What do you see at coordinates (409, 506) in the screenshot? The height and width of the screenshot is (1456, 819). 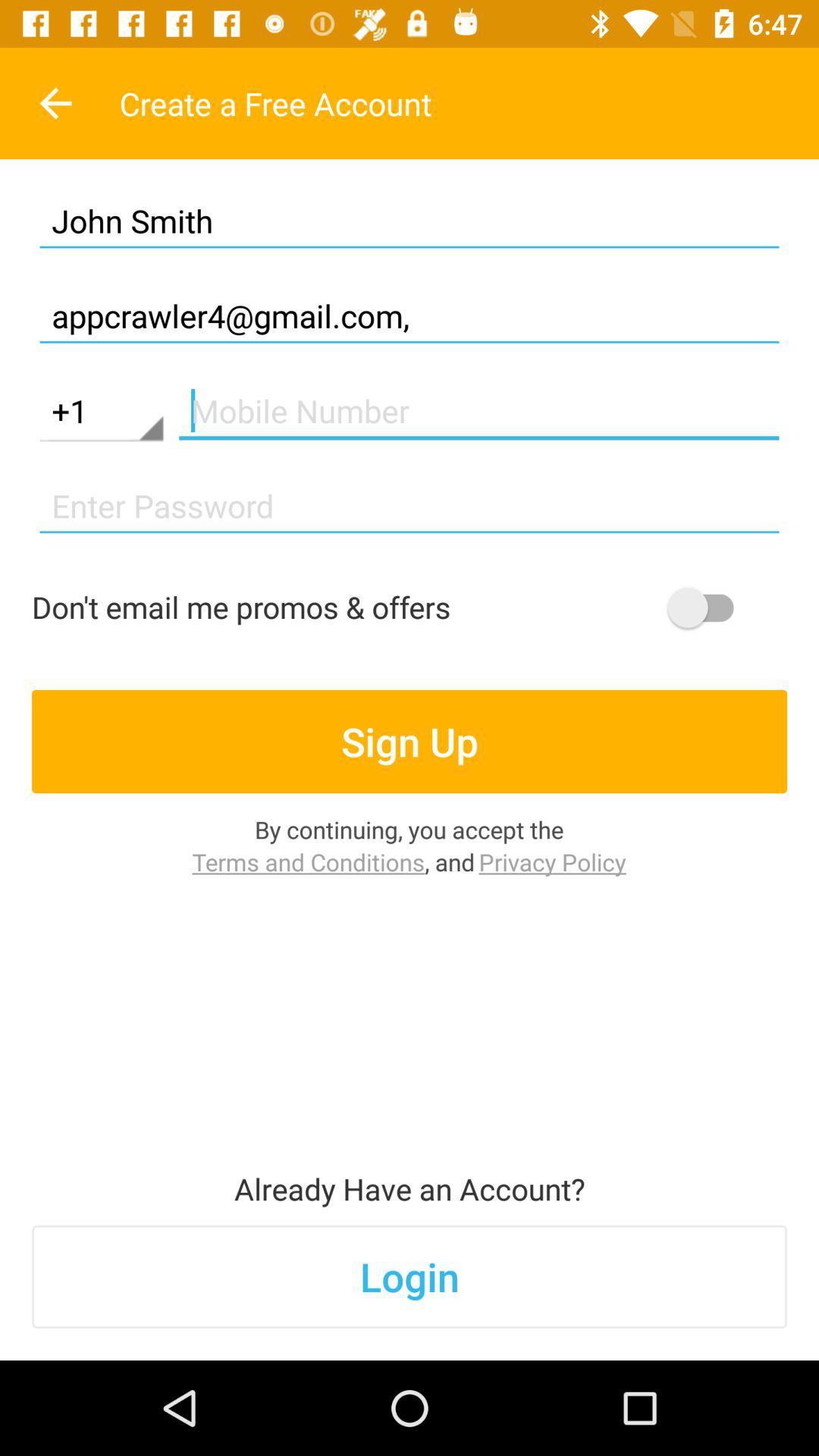 I see `password line` at bounding box center [409, 506].